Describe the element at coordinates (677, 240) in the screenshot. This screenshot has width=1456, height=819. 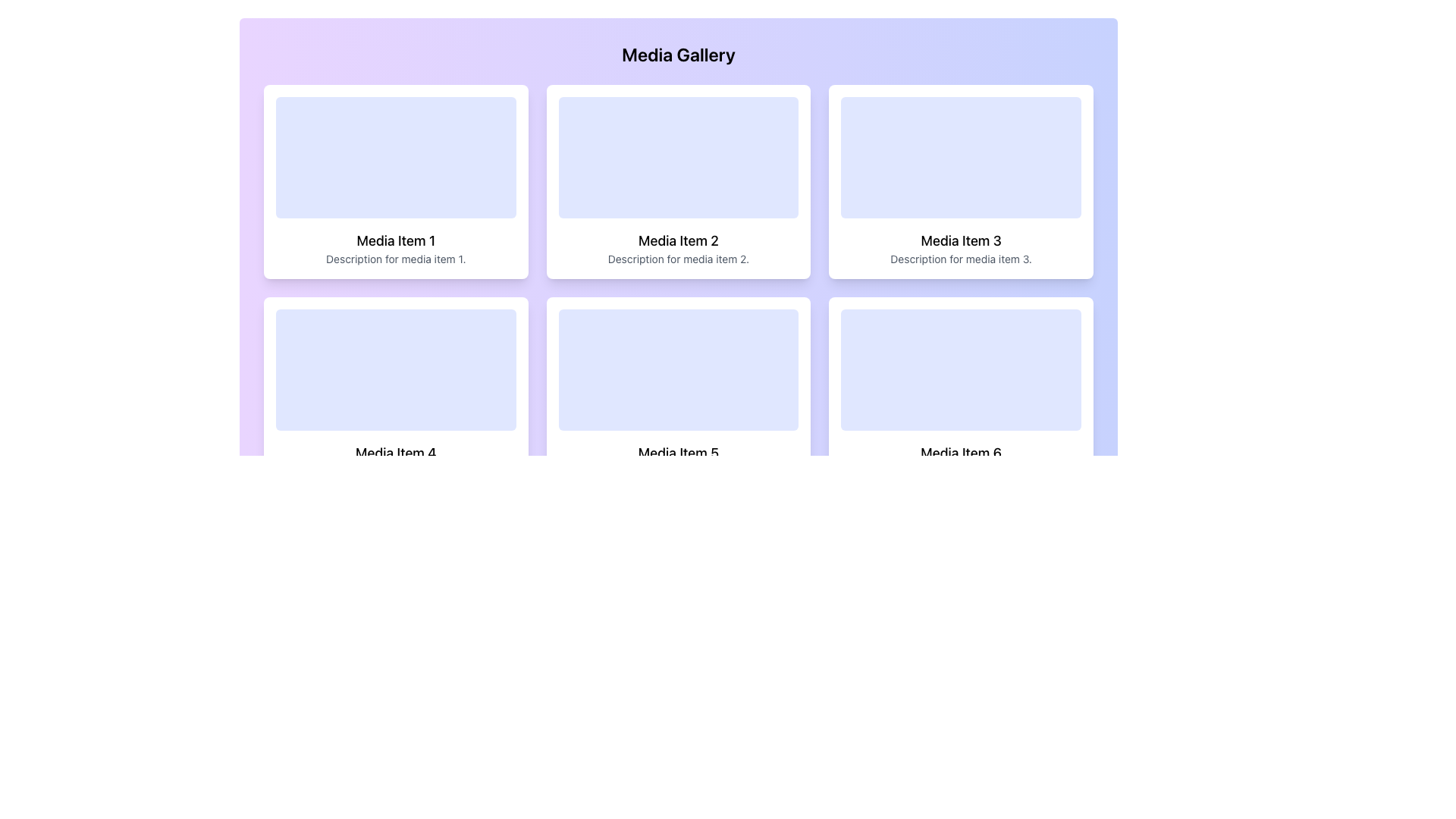
I see `the title text element located at the center of the grid layout, directly beneath the image placeholder` at that location.